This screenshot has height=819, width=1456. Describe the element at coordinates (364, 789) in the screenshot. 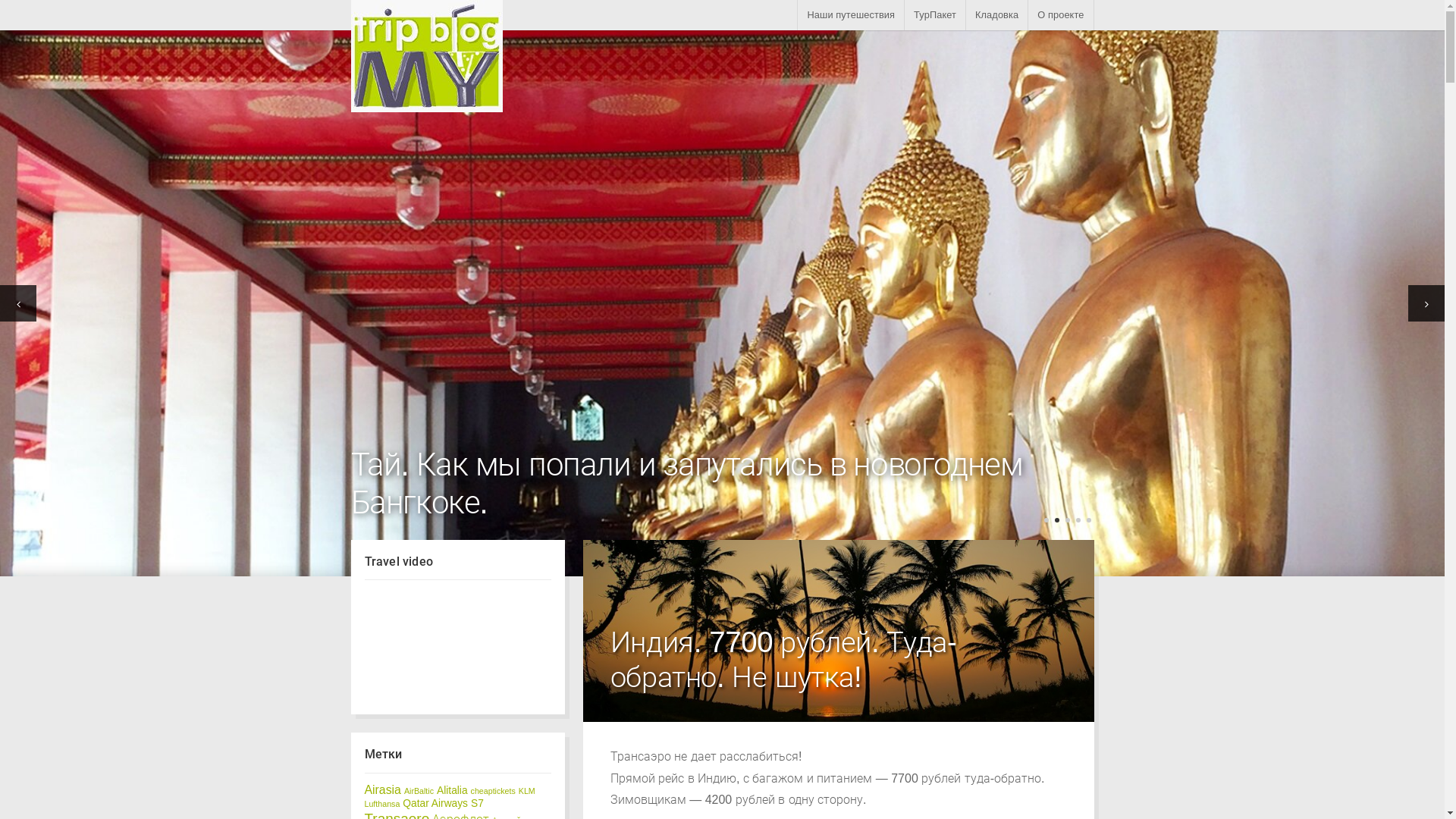

I see `'Airasia'` at that location.